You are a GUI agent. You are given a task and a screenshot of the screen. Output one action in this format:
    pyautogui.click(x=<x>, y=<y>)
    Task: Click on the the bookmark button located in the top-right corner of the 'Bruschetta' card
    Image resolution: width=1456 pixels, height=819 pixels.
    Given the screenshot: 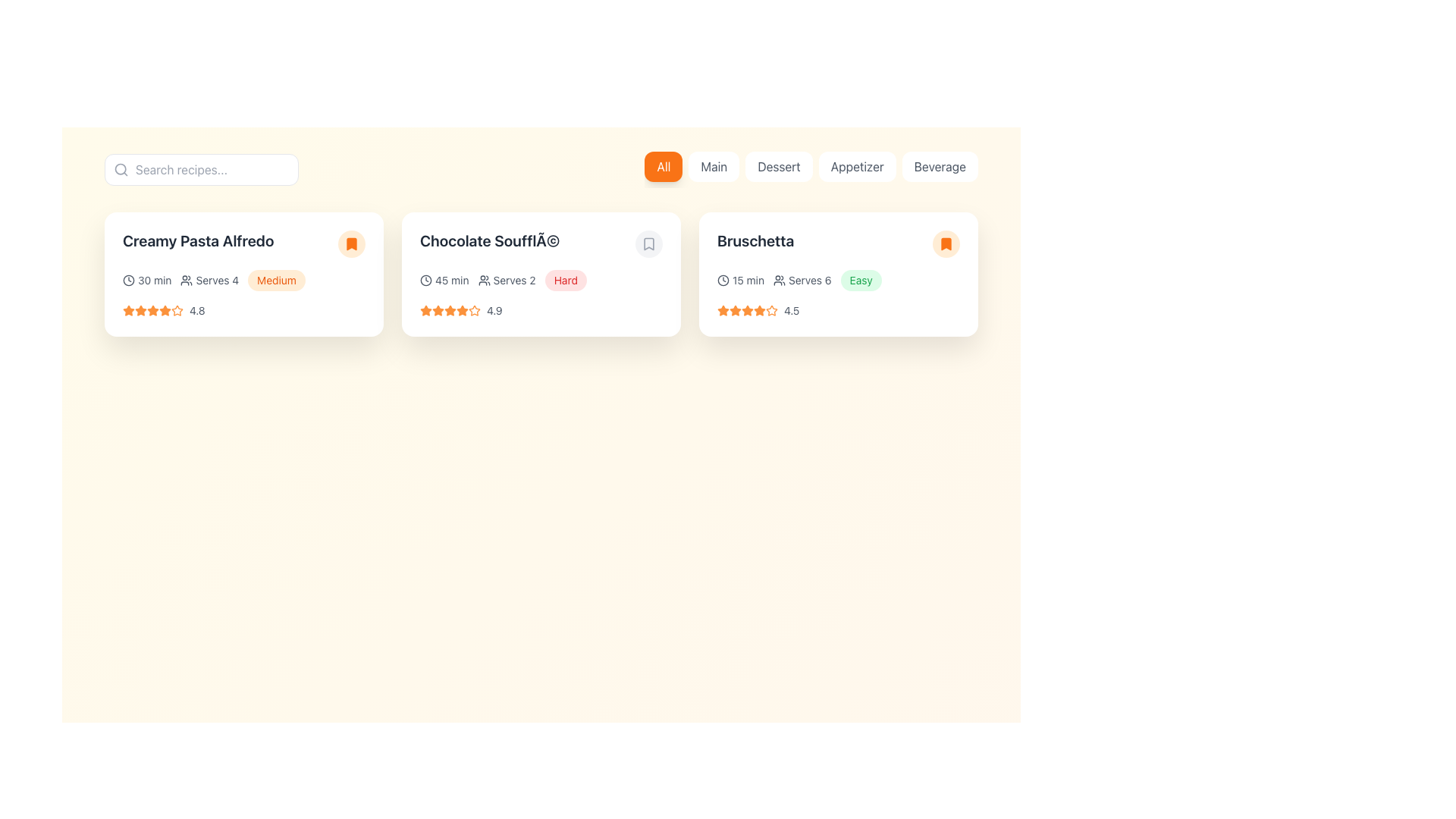 What is the action you would take?
    pyautogui.click(x=946, y=243)
    